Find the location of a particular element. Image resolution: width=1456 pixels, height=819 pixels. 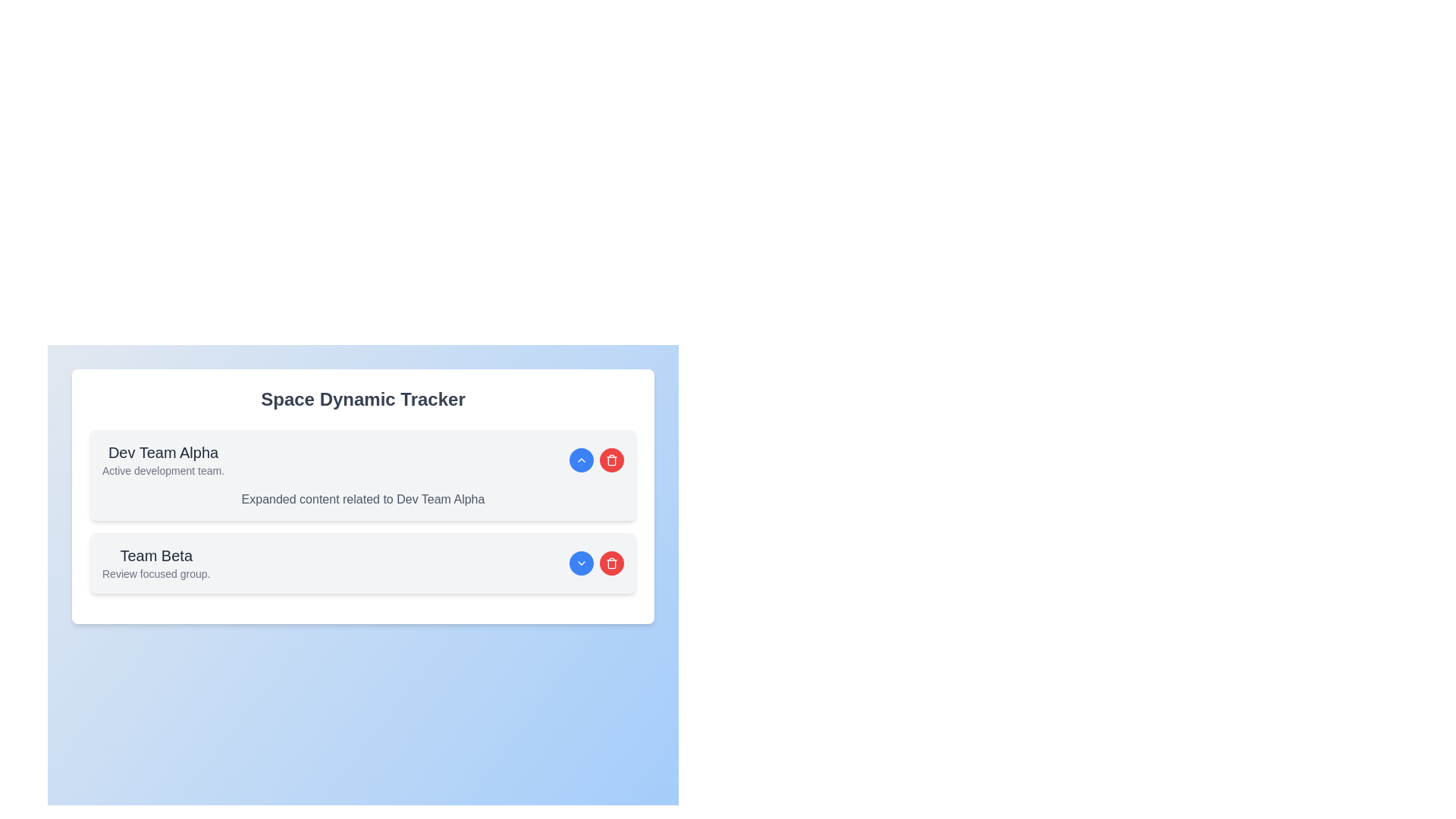

the interactive control group containing a blue button with a downward-facing chevron and a red button with a trash can icon, located at the bottom-right corner of the 'Team Beta' section in the 'Space Dynamic Tracker' interface is located at coordinates (596, 563).